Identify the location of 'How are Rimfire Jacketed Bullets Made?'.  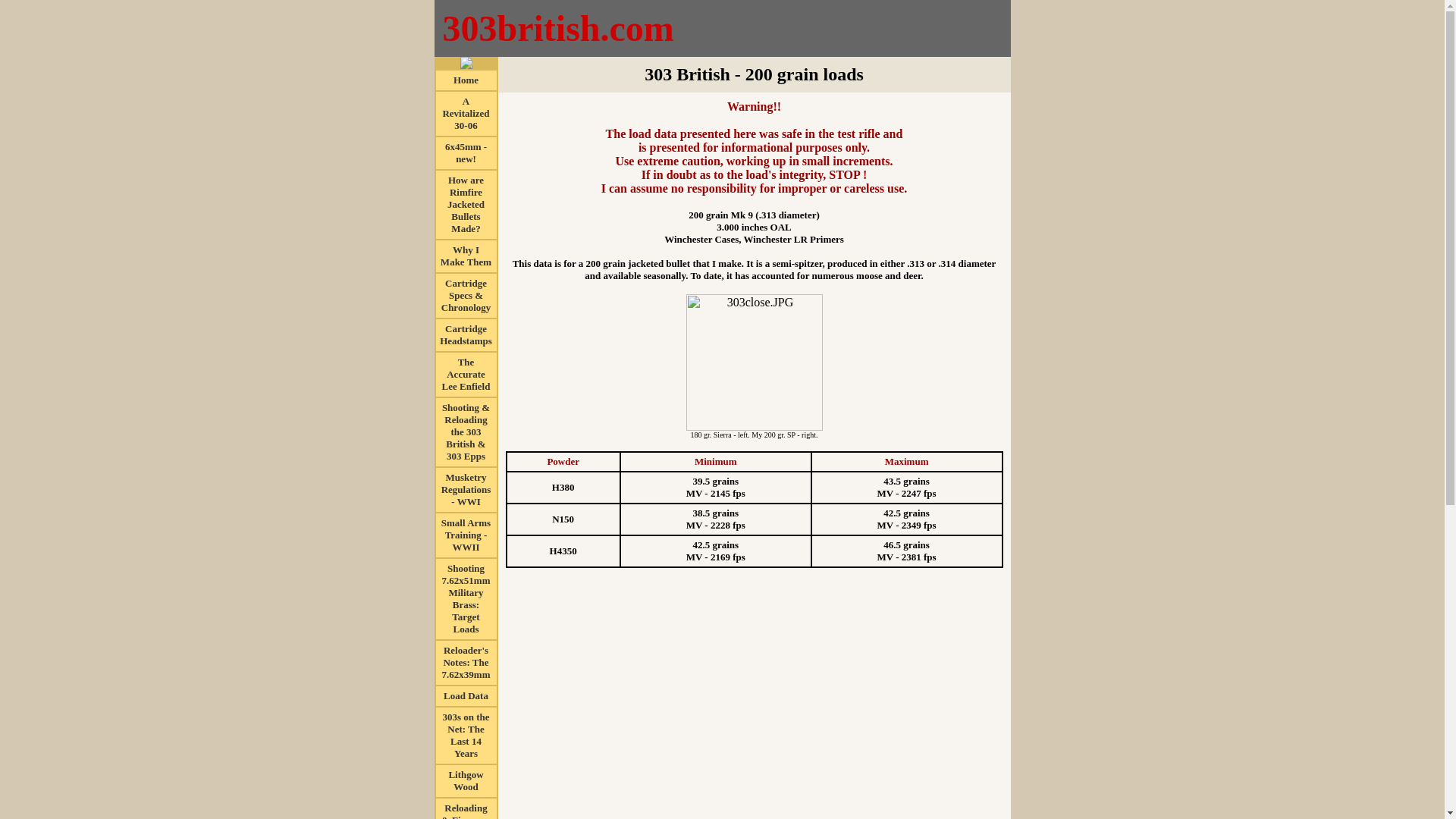
(465, 202).